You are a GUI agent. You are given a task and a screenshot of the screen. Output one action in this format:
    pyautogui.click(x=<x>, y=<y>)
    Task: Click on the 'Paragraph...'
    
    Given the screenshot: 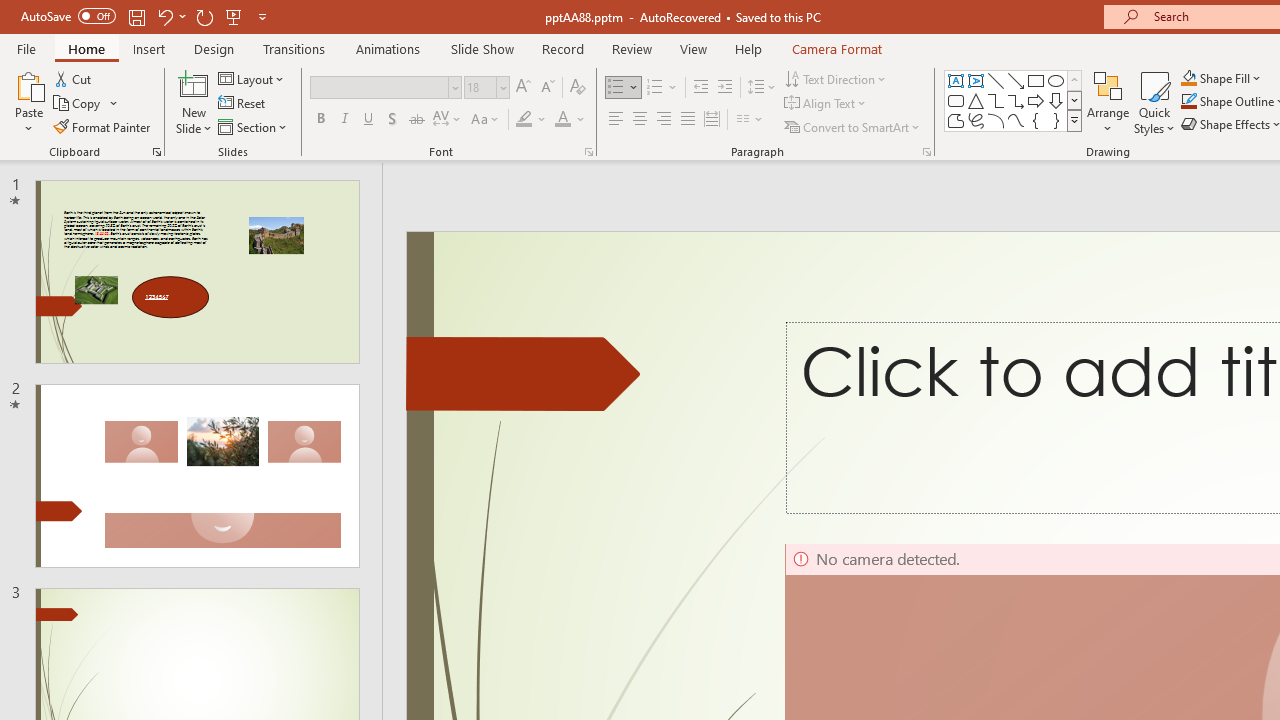 What is the action you would take?
    pyautogui.click(x=925, y=150)
    